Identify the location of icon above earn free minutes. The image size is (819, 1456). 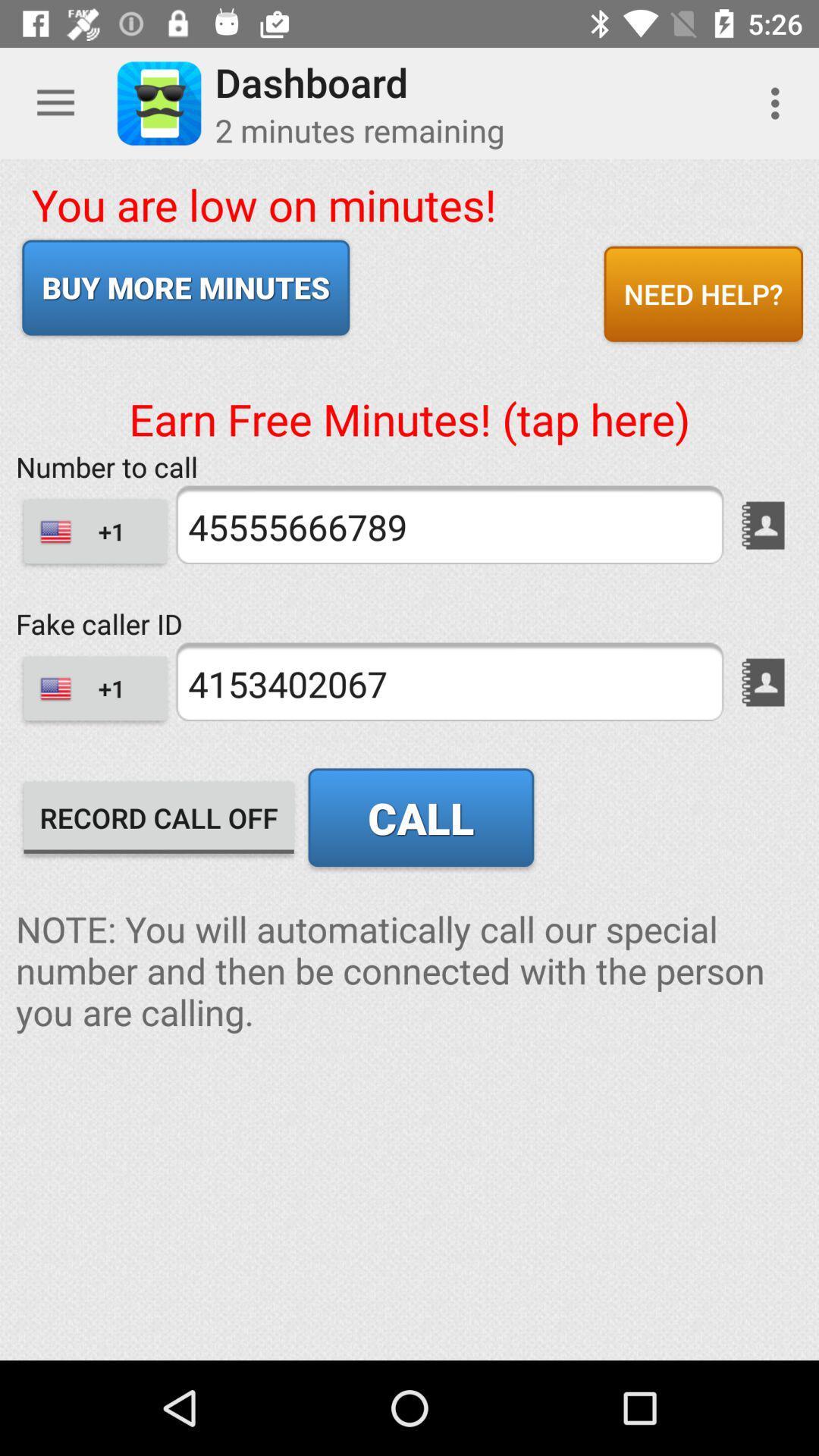
(185, 287).